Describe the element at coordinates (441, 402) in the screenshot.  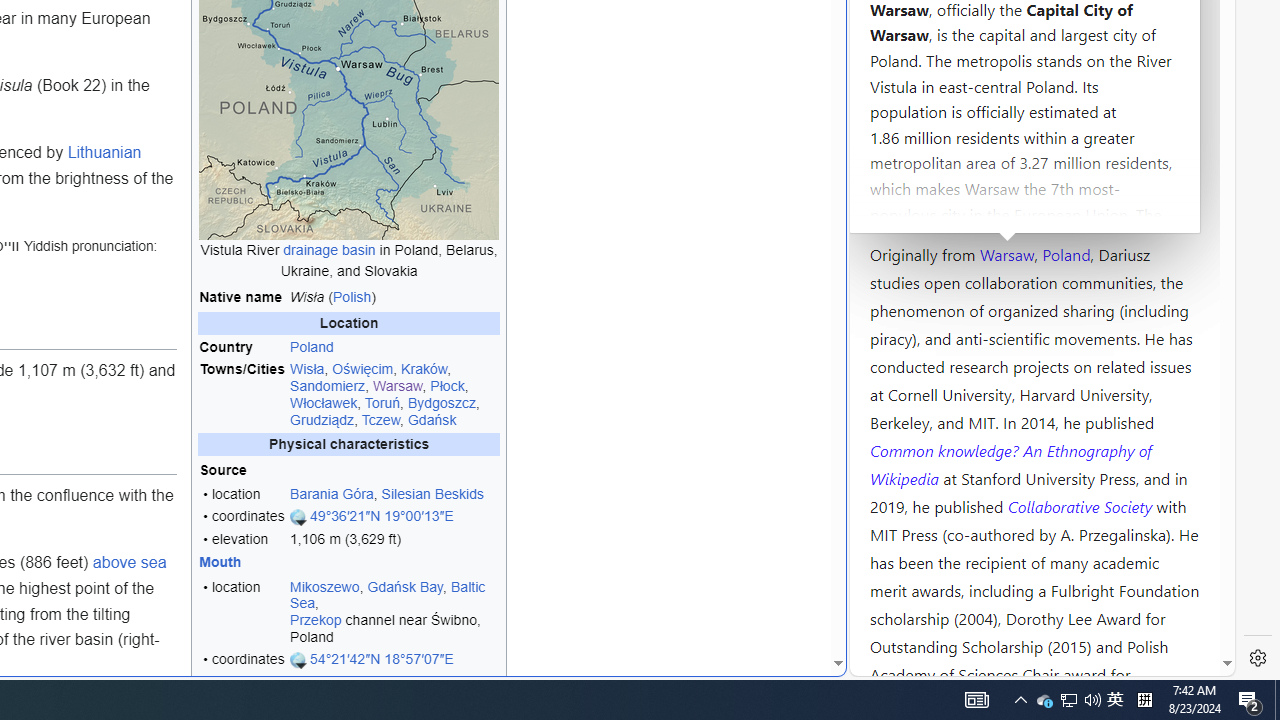
I see `'Bydgoszcz'` at that location.